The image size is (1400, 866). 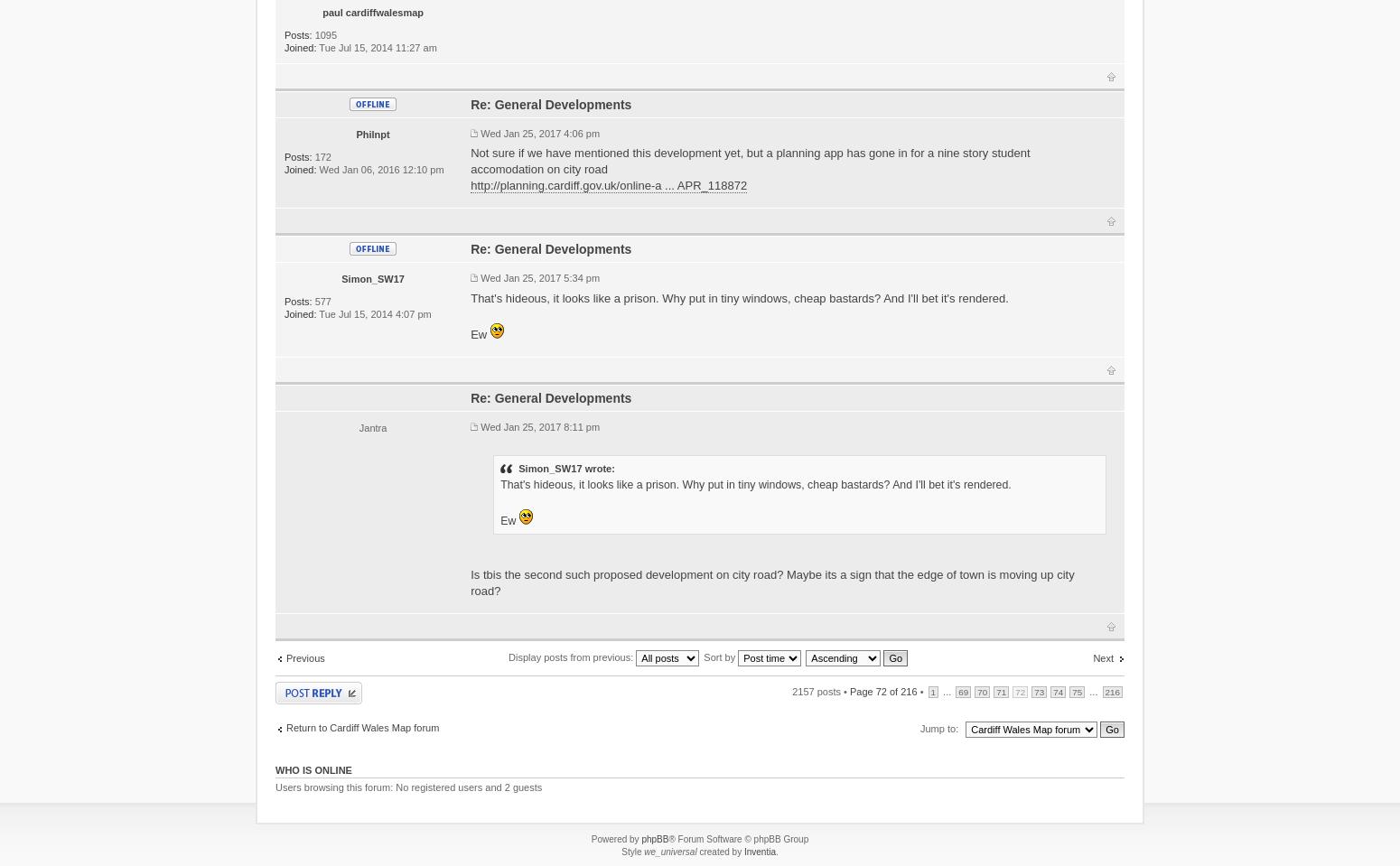 I want to click on '1', so click(x=933, y=691).